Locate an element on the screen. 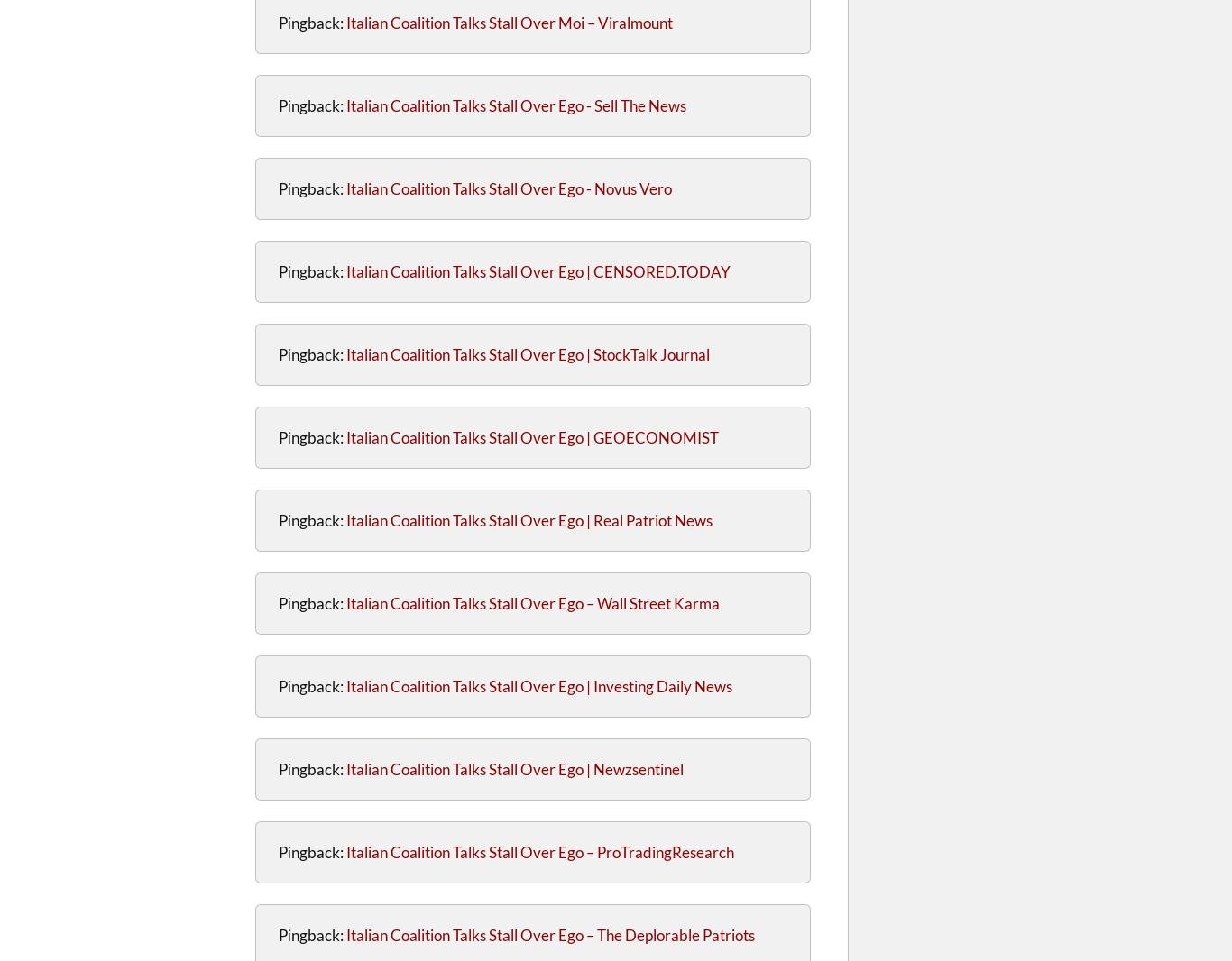 Image resolution: width=1232 pixels, height=961 pixels. 'Italian Coalition Talks Stall Over Ego | CENSORED.TODAY' is located at coordinates (537, 271).